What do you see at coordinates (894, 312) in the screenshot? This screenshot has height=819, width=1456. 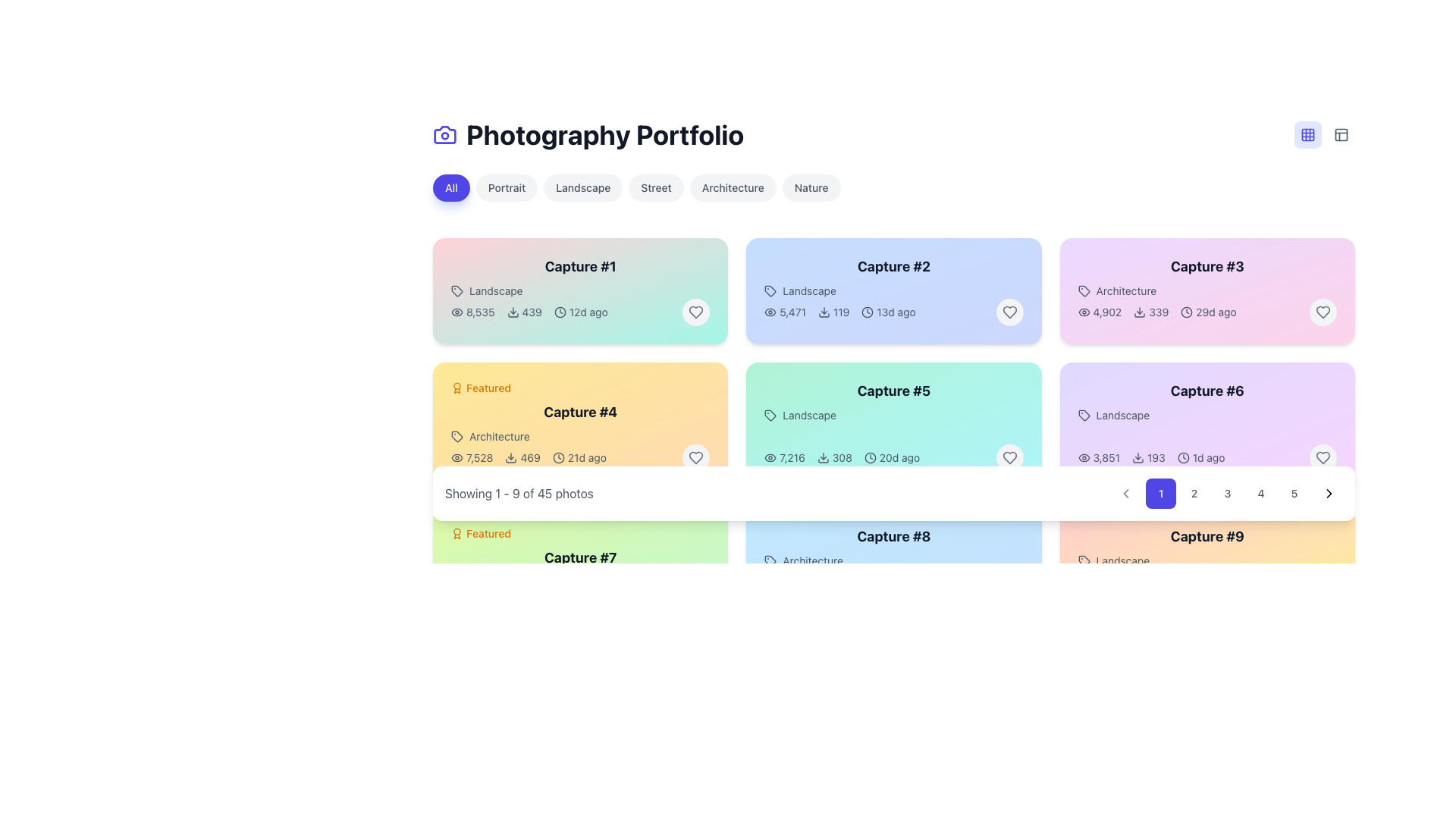 I see `the informational banner that provides statistical information about views, downloads, and the age of the capture, located below the label 'Landscape' in the lower section of the card labeled 'Capture #2'` at bounding box center [894, 312].